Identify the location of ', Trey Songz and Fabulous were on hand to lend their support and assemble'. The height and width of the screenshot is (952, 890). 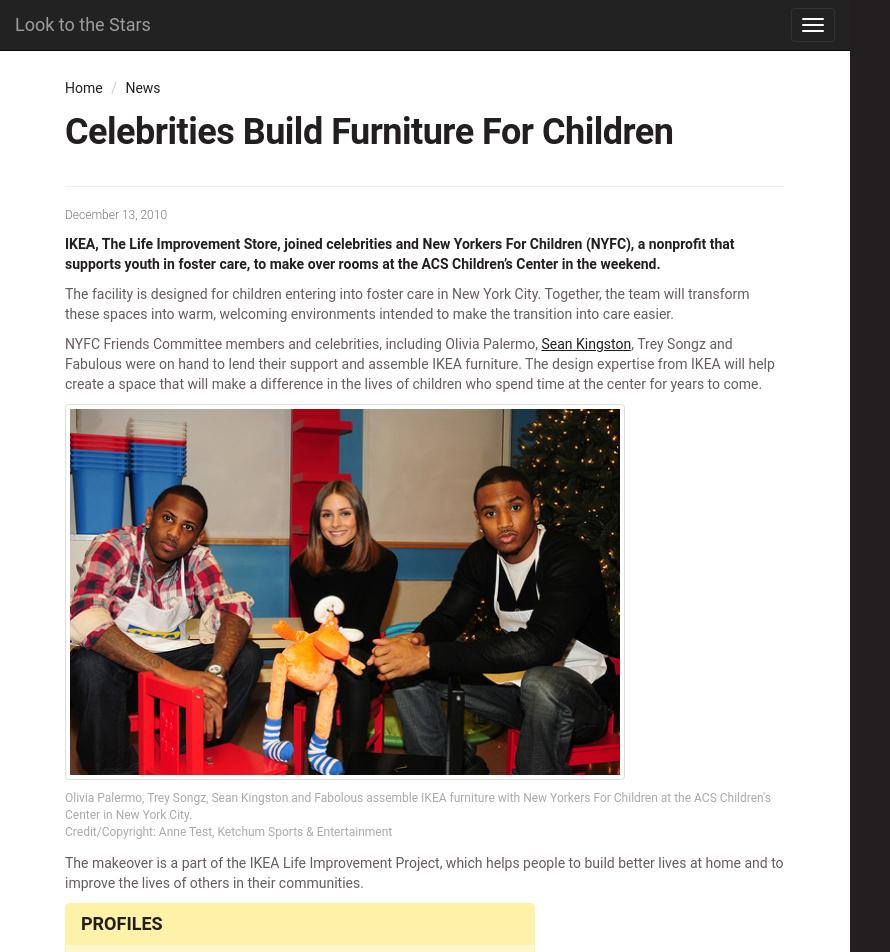
(397, 353).